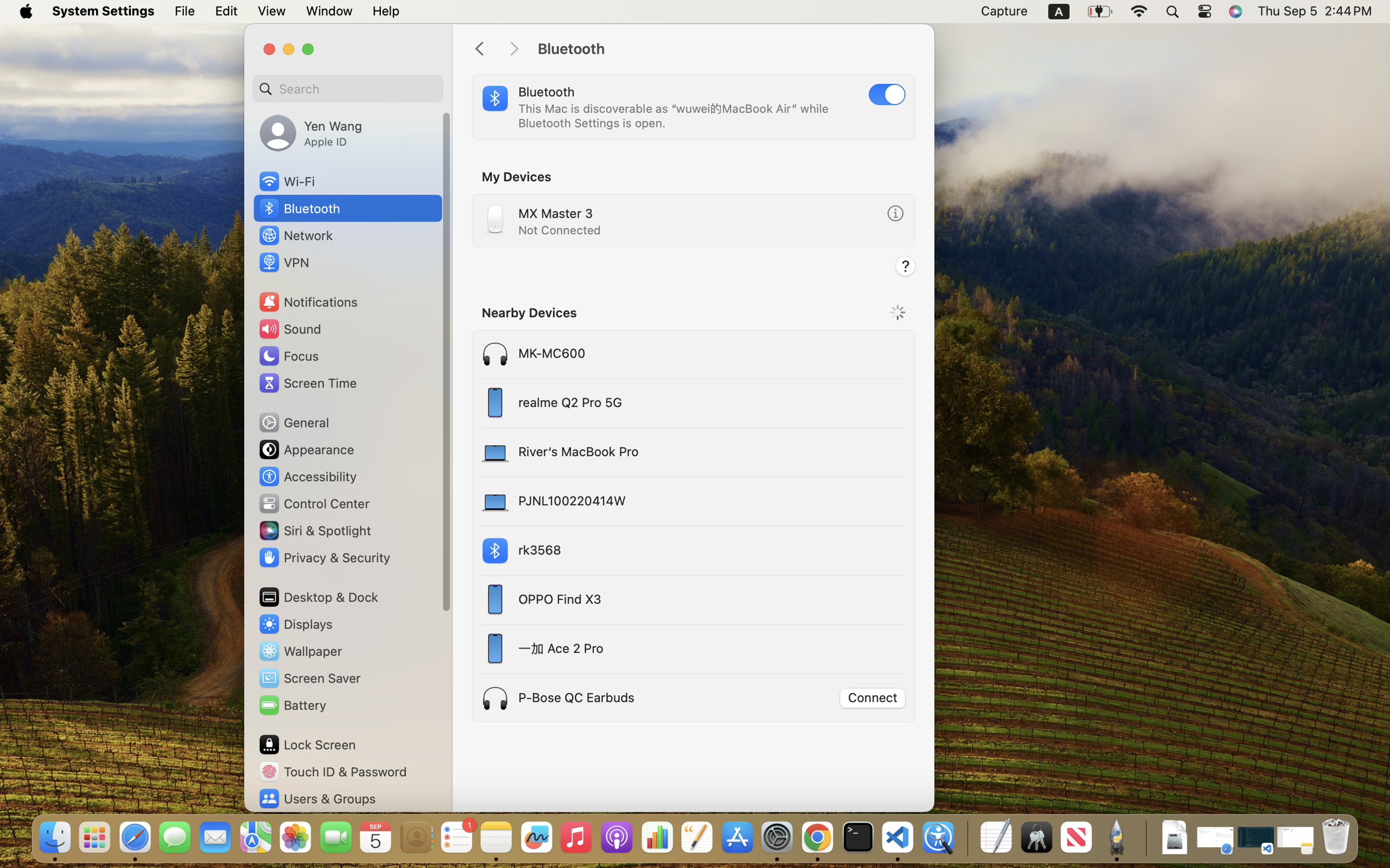  Describe the element at coordinates (310, 132) in the screenshot. I see `'Yen Wang, Apple ID'` at that location.